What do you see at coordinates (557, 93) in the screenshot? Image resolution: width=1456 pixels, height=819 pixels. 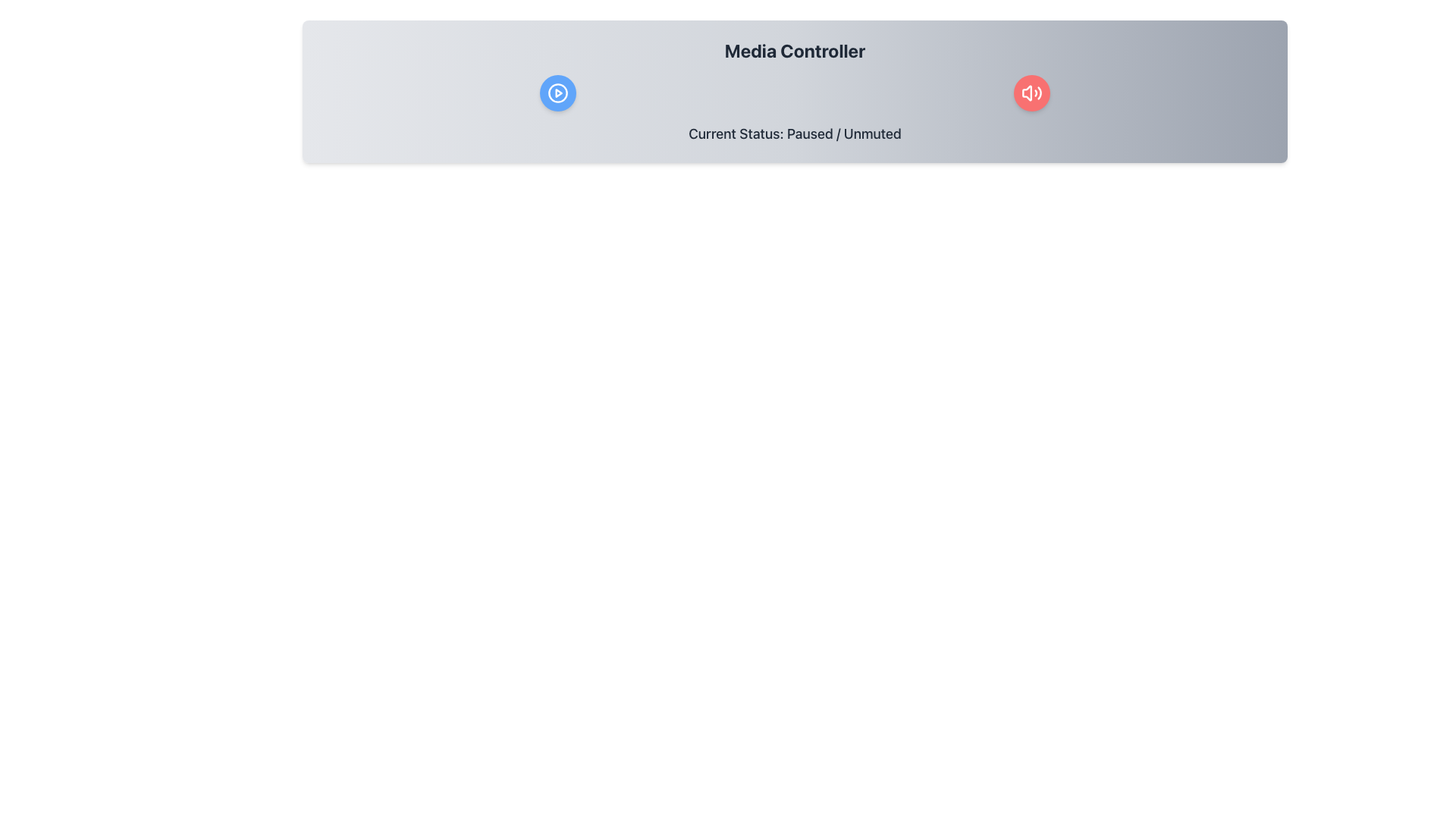 I see `the circular border element within the left play button in the media controller interface, located to the left of the 'Media Controller' header` at bounding box center [557, 93].